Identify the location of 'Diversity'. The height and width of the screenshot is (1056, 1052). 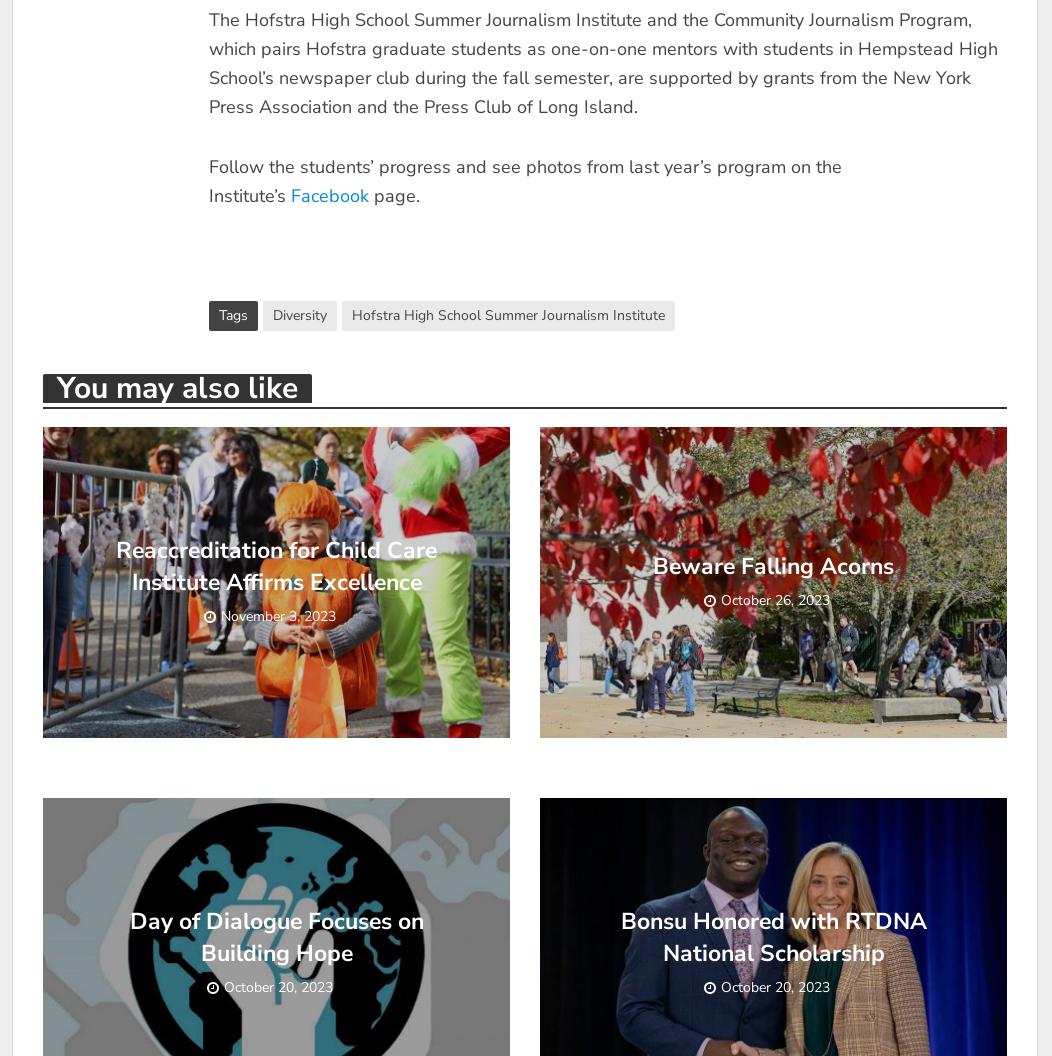
(298, 315).